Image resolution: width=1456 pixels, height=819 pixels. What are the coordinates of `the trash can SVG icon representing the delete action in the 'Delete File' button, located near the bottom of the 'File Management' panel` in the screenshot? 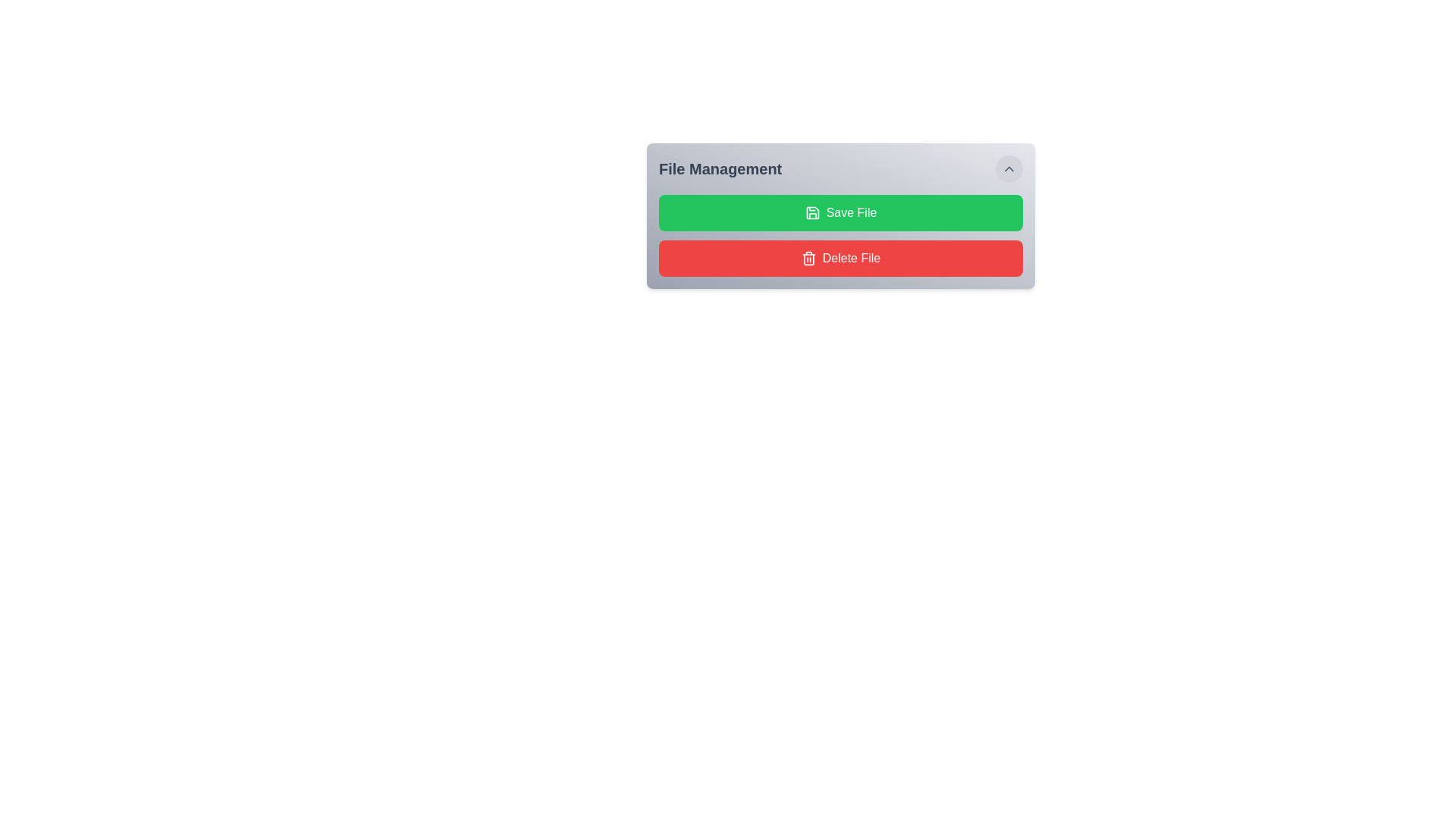 It's located at (808, 257).